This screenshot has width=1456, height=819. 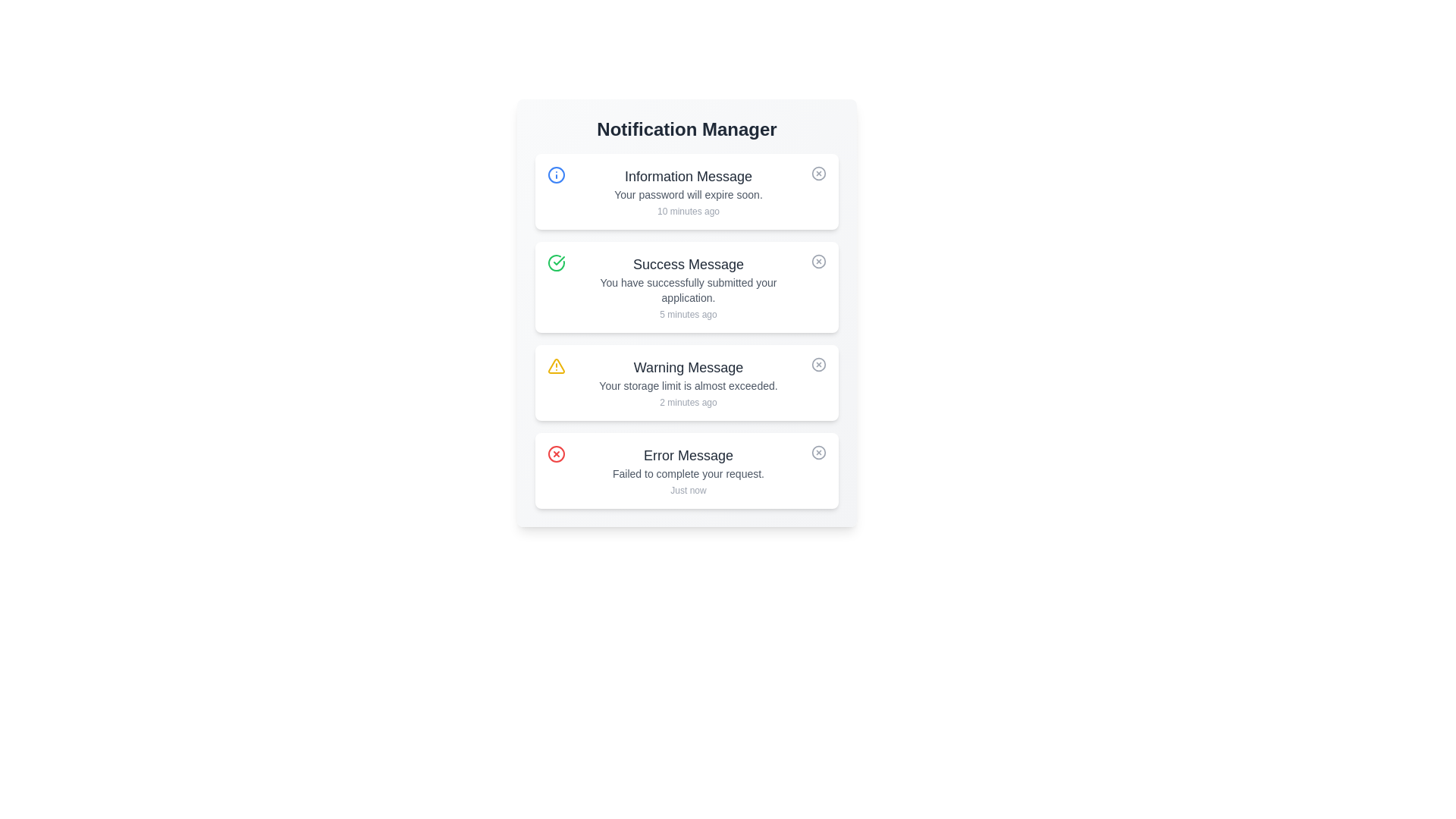 I want to click on the success icon located in the top-left corner of the 'Success Message' notification card, adjacent to the title text, so click(x=556, y=262).